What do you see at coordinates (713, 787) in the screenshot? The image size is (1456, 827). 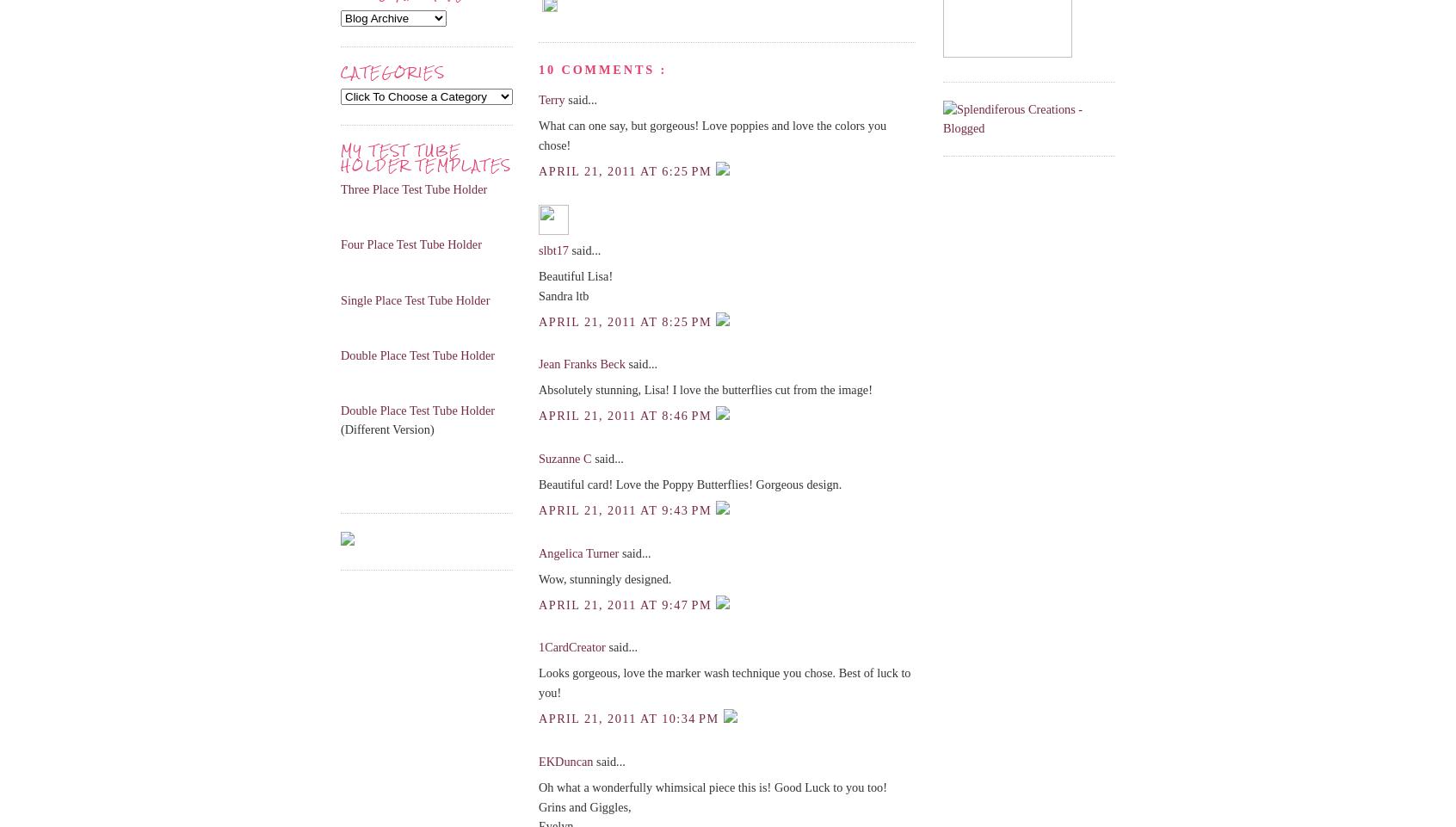 I see `'Oh what a wonderfully whimsical piece this is!  Good Luck to you too!'` at bounding box center [713, 787].